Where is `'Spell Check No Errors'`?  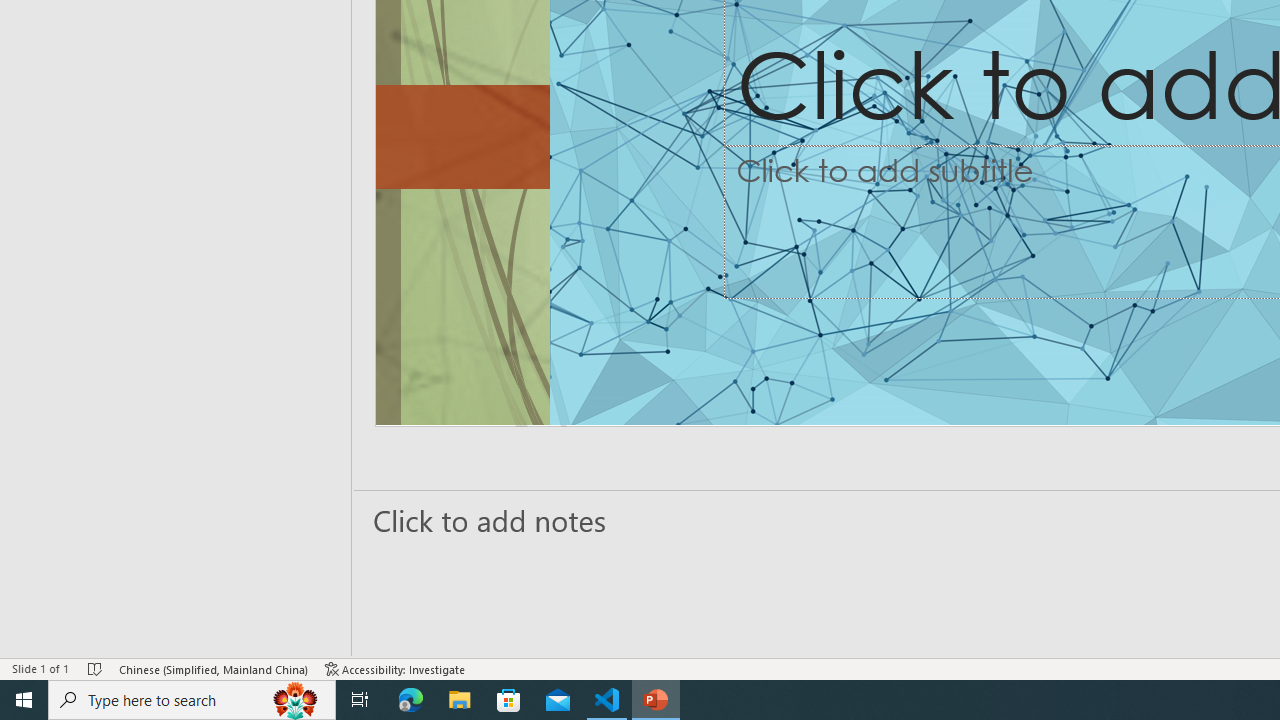 'Spell Check No Errors' is located at coordinates (95, 669).